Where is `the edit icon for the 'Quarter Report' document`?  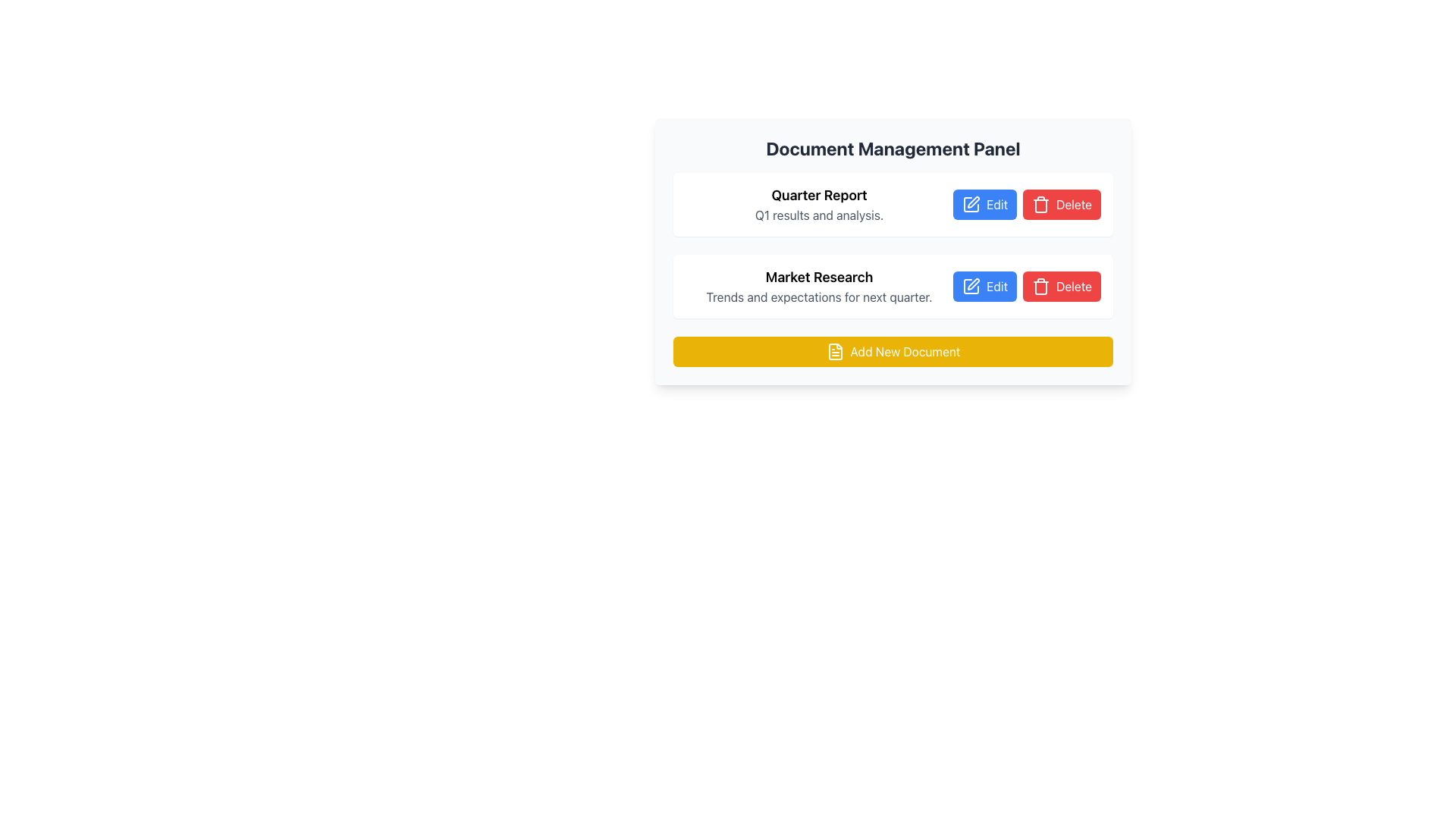 the edit icon for the 'Quarter Report' document is located at coordinates (971, 205).